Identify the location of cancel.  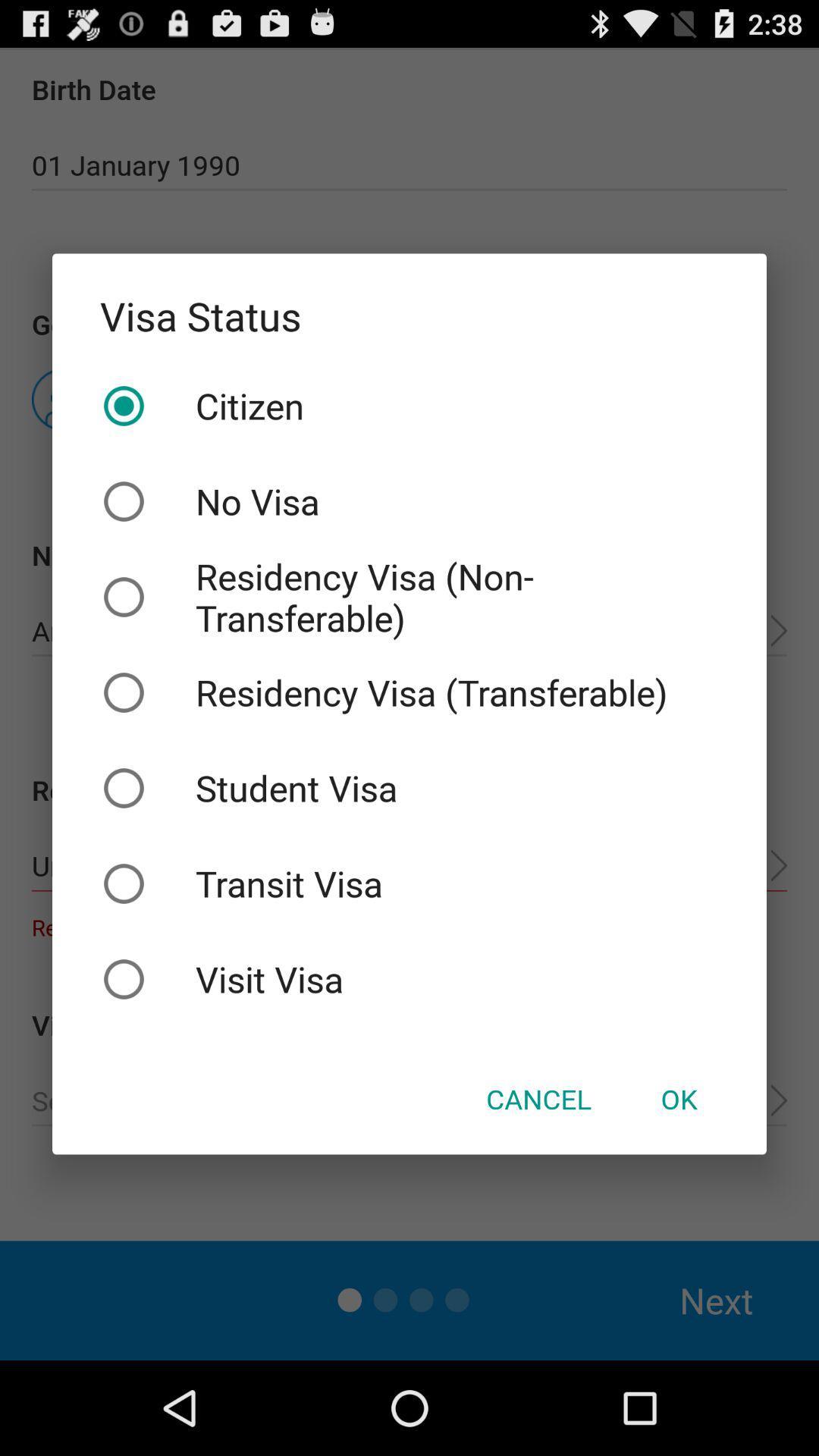
(538, 1099).